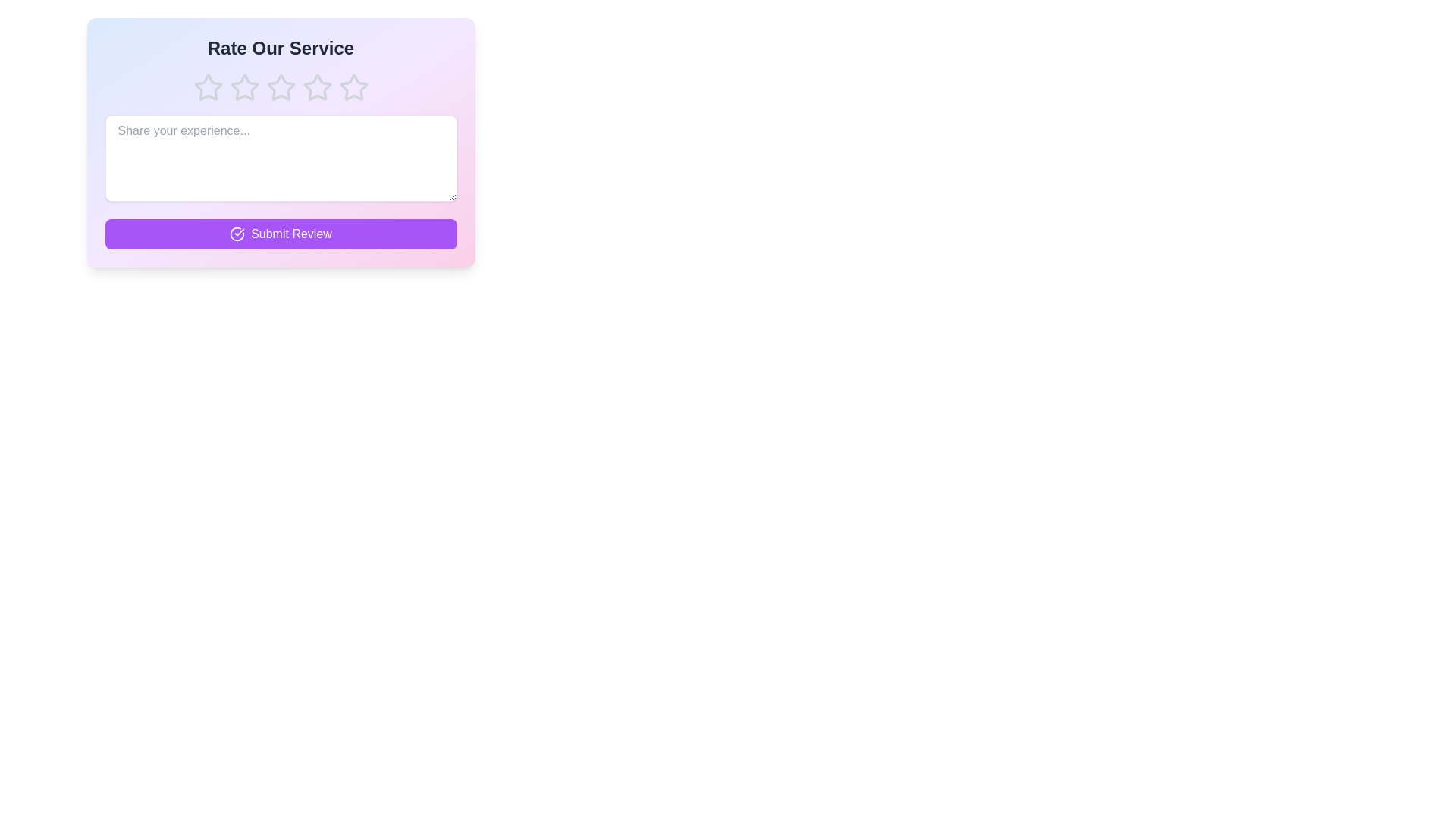 The height and width of the screenshot is (819, 1456). Describe the element at coordinates (353, 87) in the screenshot. I see `the star corresponding to 5 to preview the rating` at that location.